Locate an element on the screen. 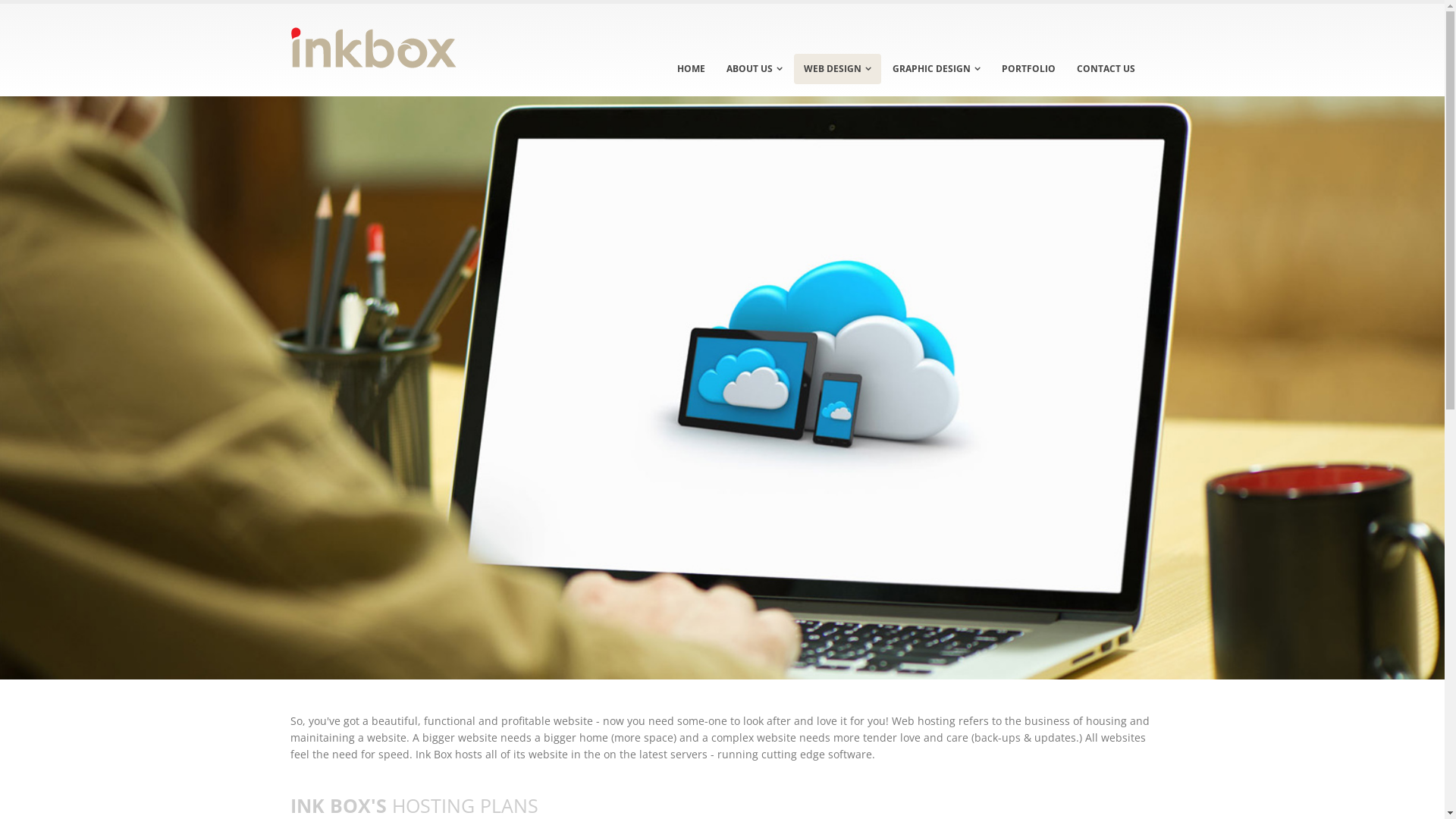  'CONTACT US' is located at coordinates (1105, 69).